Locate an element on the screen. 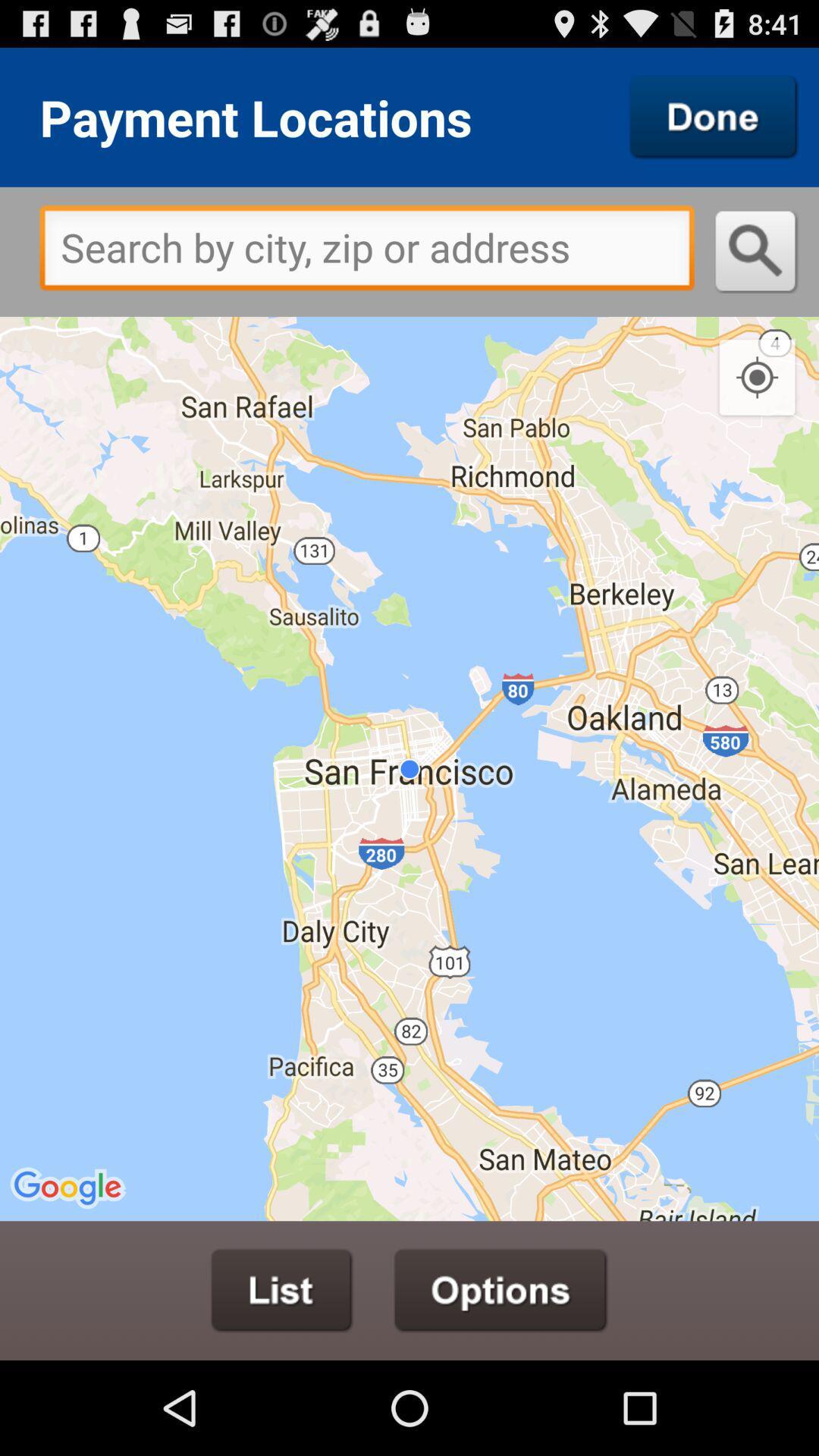 The height and width of the screenshot is (1456, 819). options is located at coordinates (500, 1290).